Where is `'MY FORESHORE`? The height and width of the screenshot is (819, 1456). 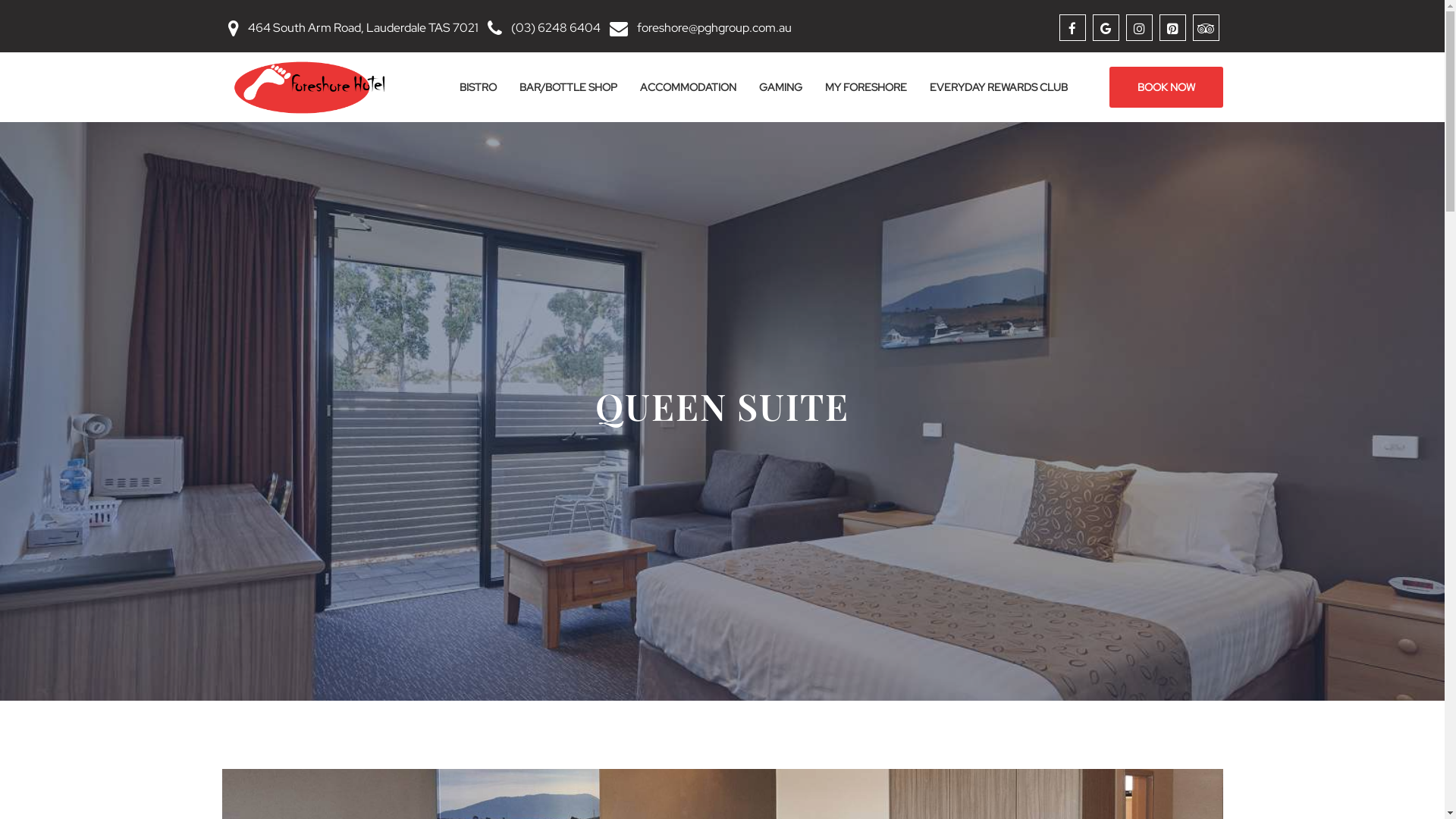
'MY FORESHORE is located at coordinates (811, 87).